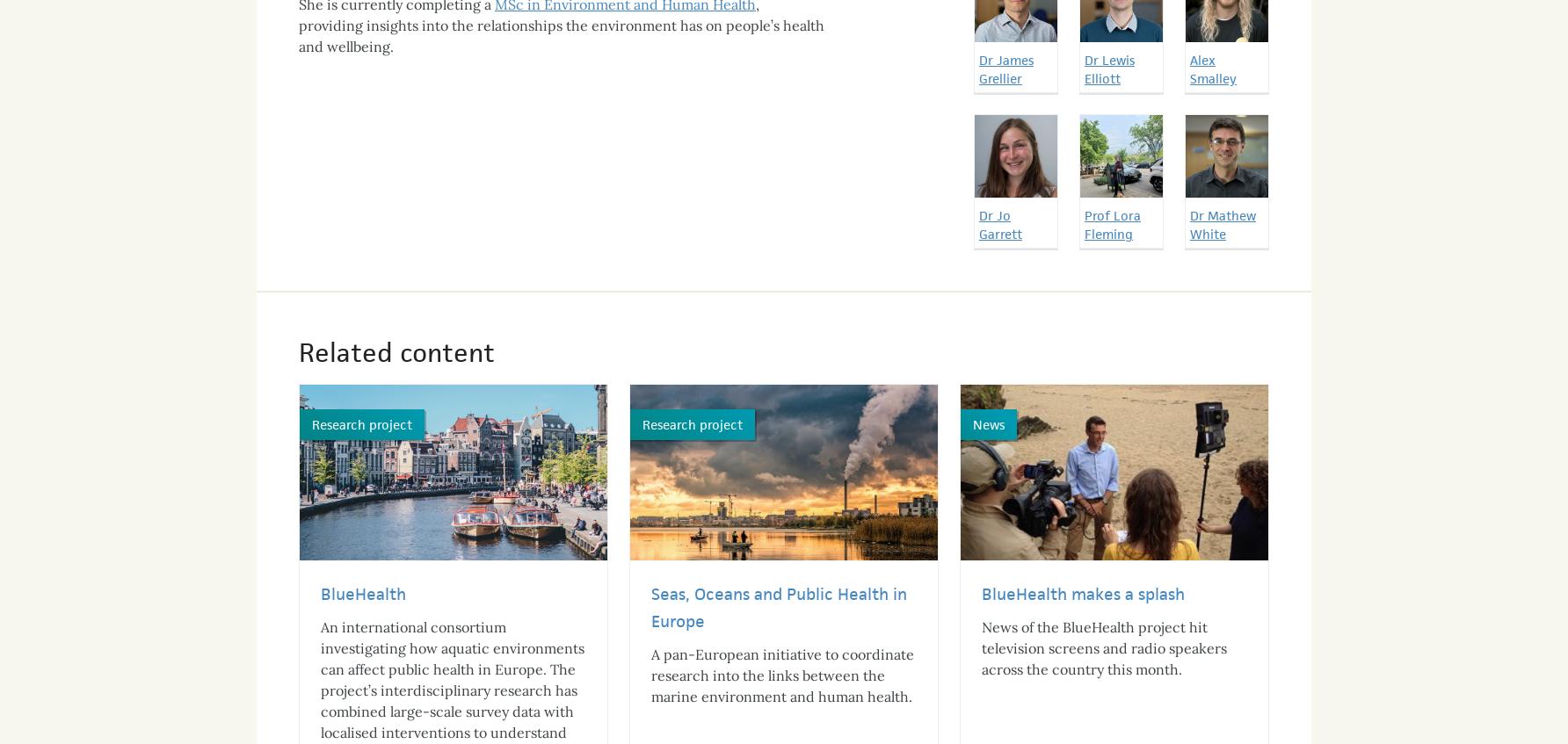 The height and width of the screenshot is (744, 1568). What do you see at coordinates (1223, 209) in the screenshot?
I see `'Dr Mathew White'` at bounding box center [1223, 209].